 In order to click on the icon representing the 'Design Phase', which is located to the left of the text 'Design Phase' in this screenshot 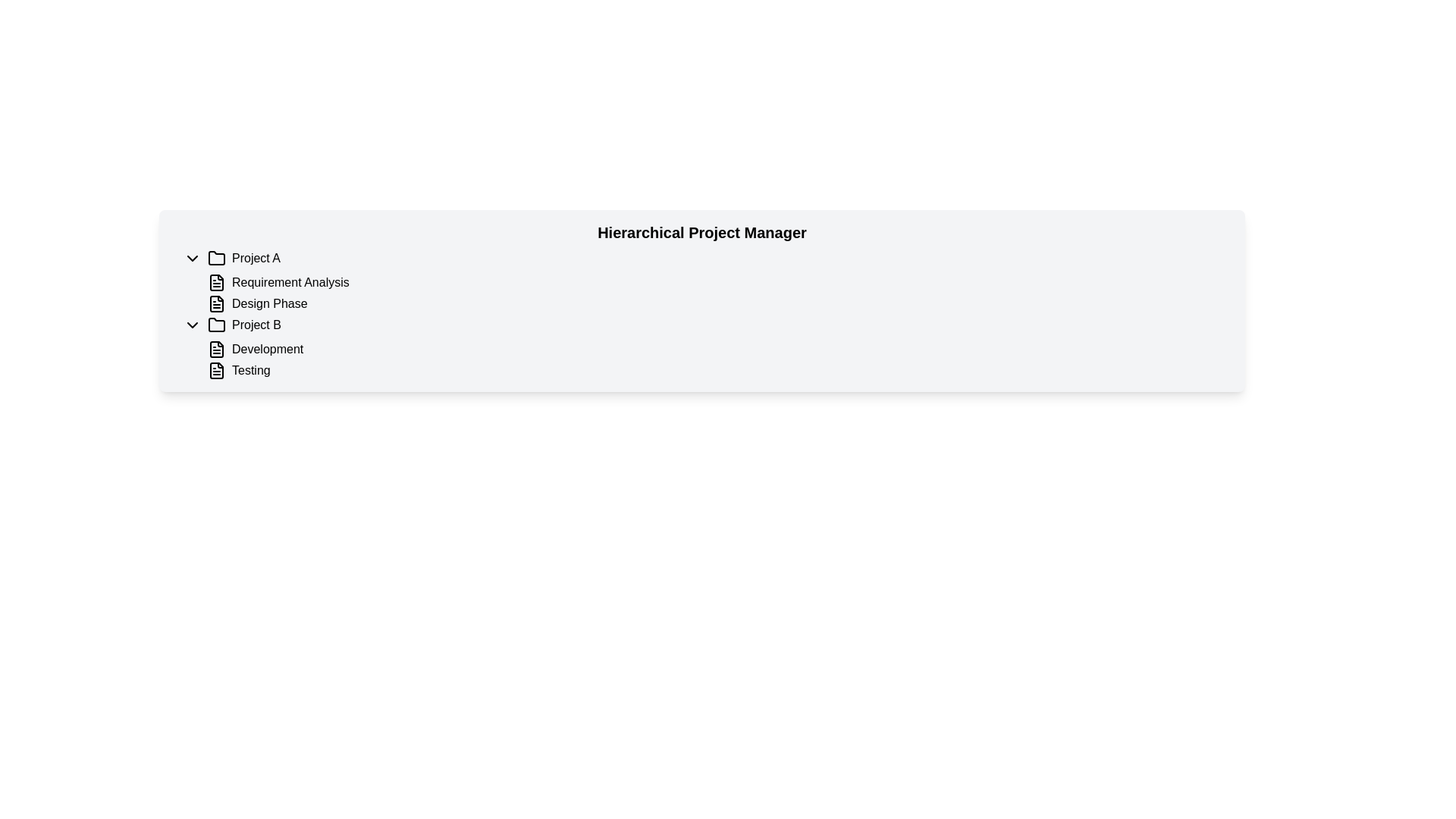, I will do `click(216, 304)`.